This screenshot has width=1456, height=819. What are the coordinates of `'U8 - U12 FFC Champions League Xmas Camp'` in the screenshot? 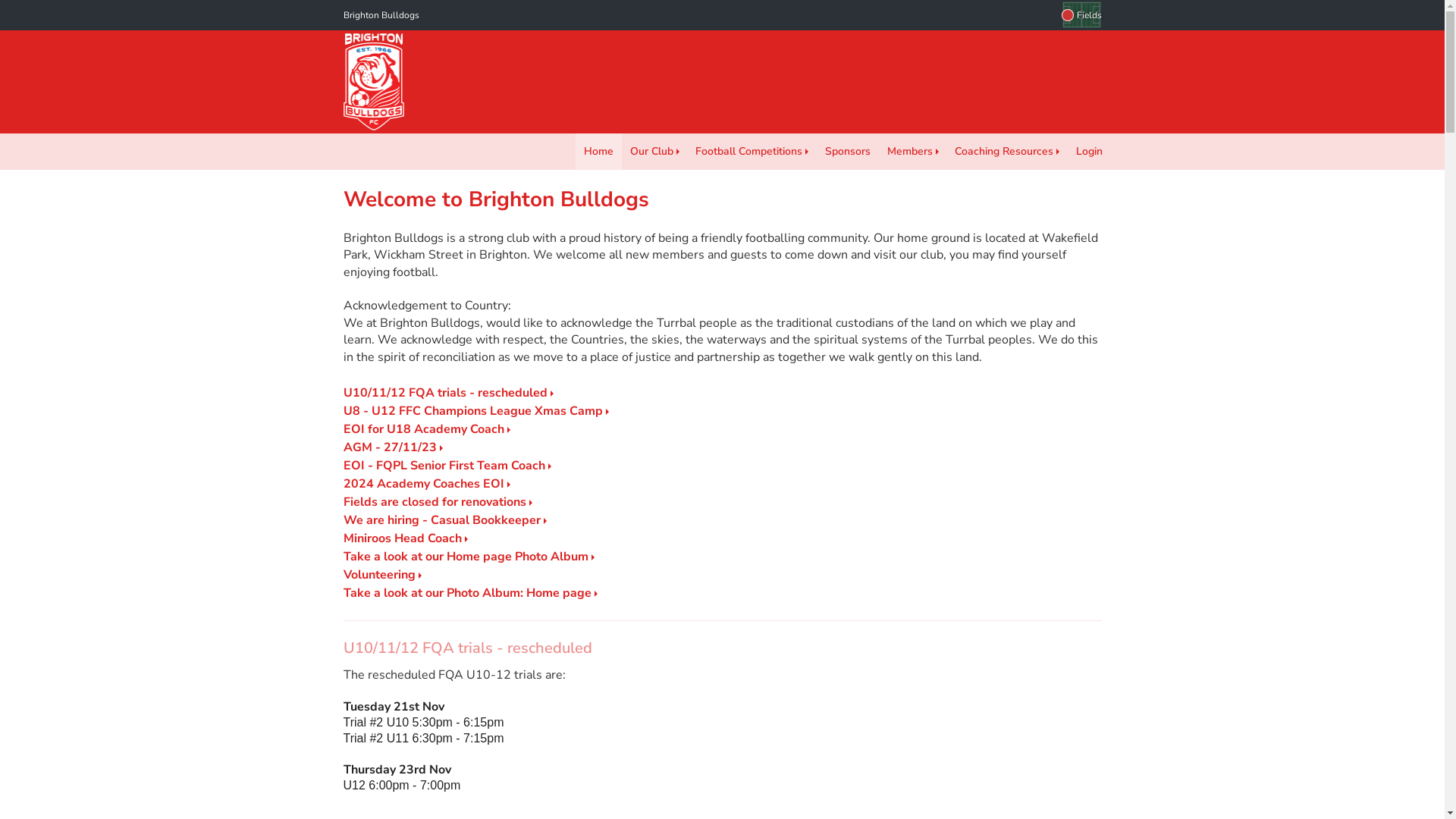 It's located at (475, 411).